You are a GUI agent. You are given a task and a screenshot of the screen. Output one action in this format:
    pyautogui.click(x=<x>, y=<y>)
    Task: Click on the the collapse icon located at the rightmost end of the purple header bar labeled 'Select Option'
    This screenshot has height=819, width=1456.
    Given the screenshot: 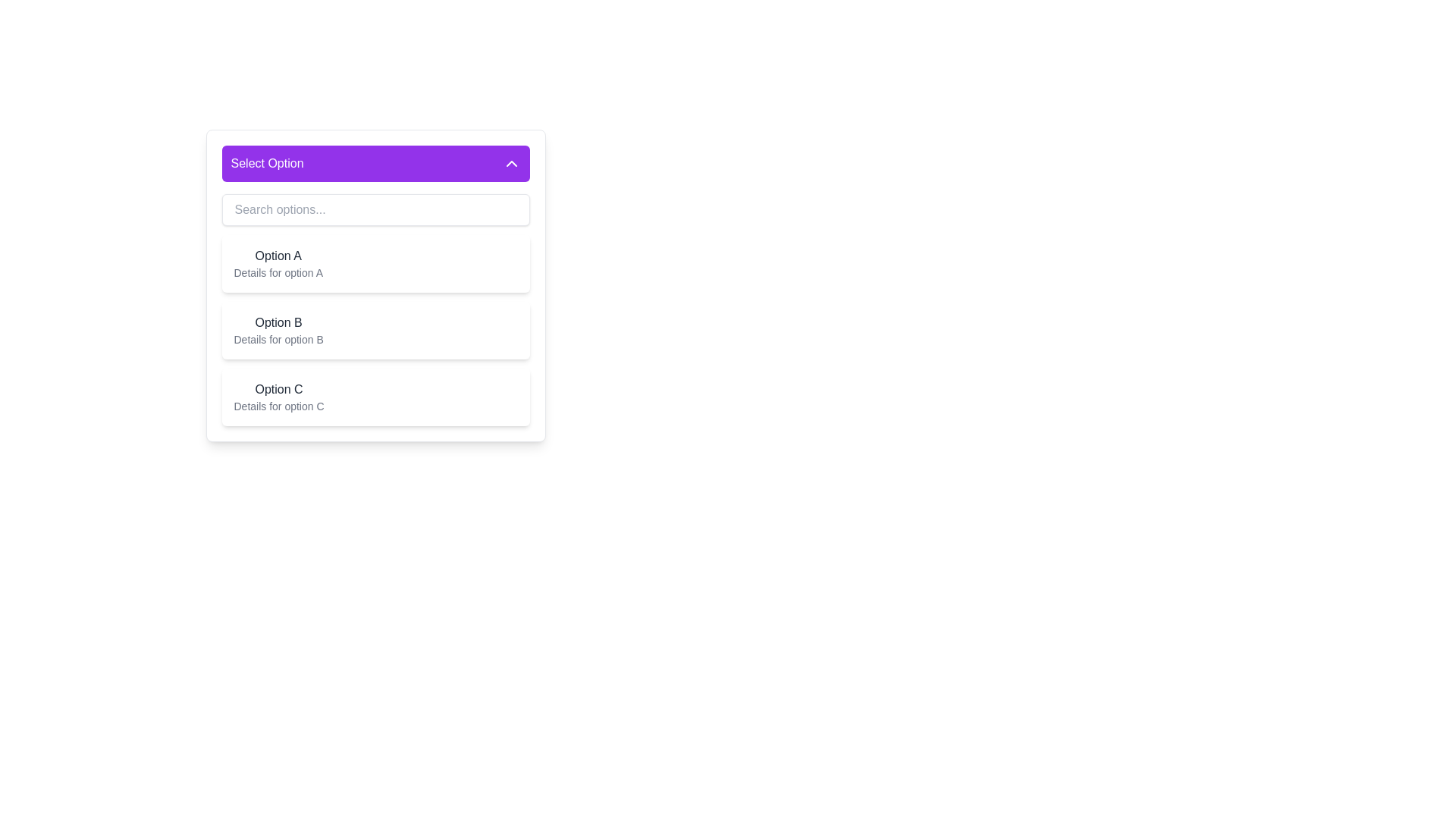 What is the action you would take?
    pyautogui.click(x=511, y=164)
    